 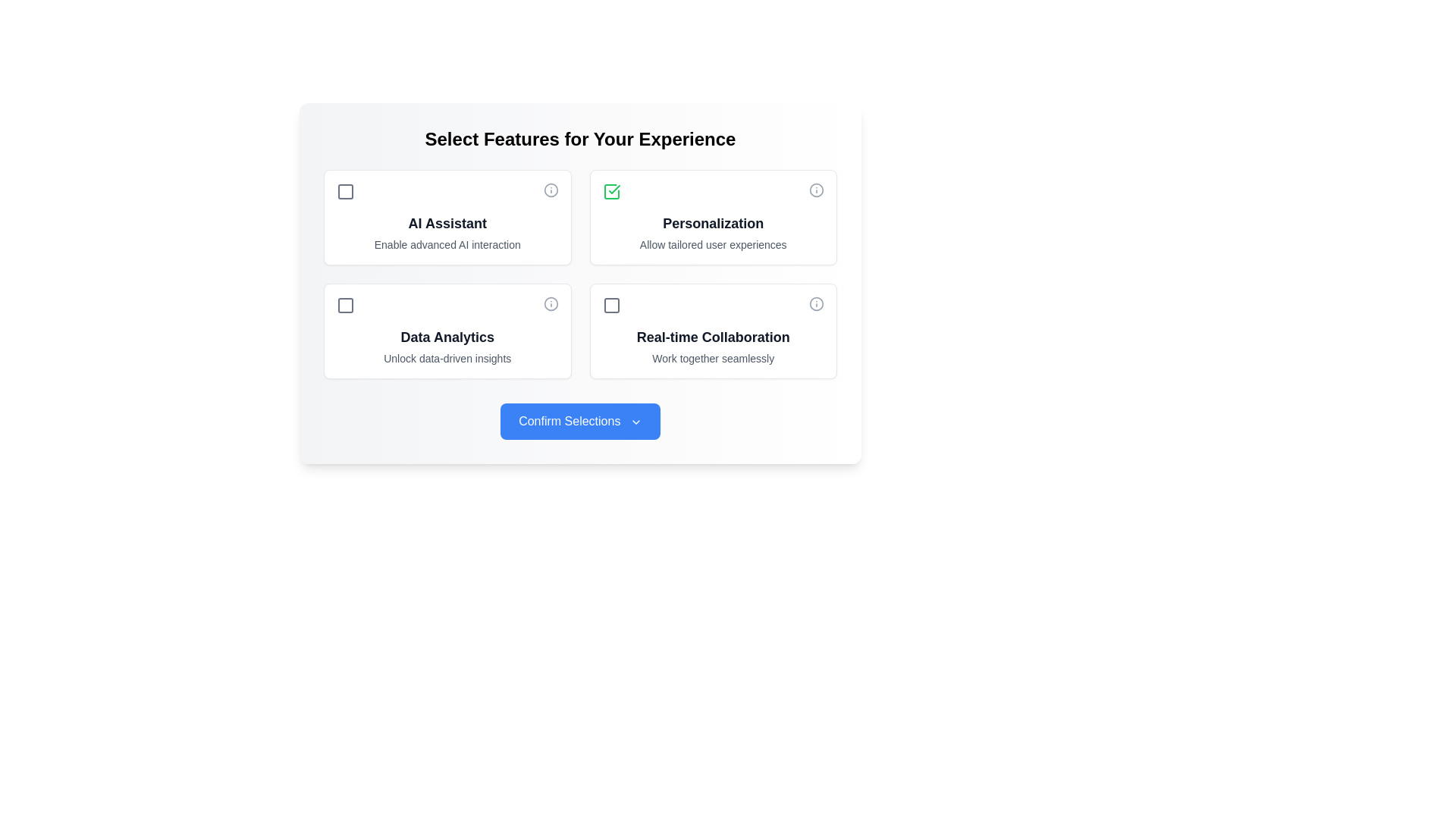 What do you see at coordinates (579, 421) in the screenshot?
I see `the confirm button located at the bottom center of the modal` at bounding box center [579, 421].